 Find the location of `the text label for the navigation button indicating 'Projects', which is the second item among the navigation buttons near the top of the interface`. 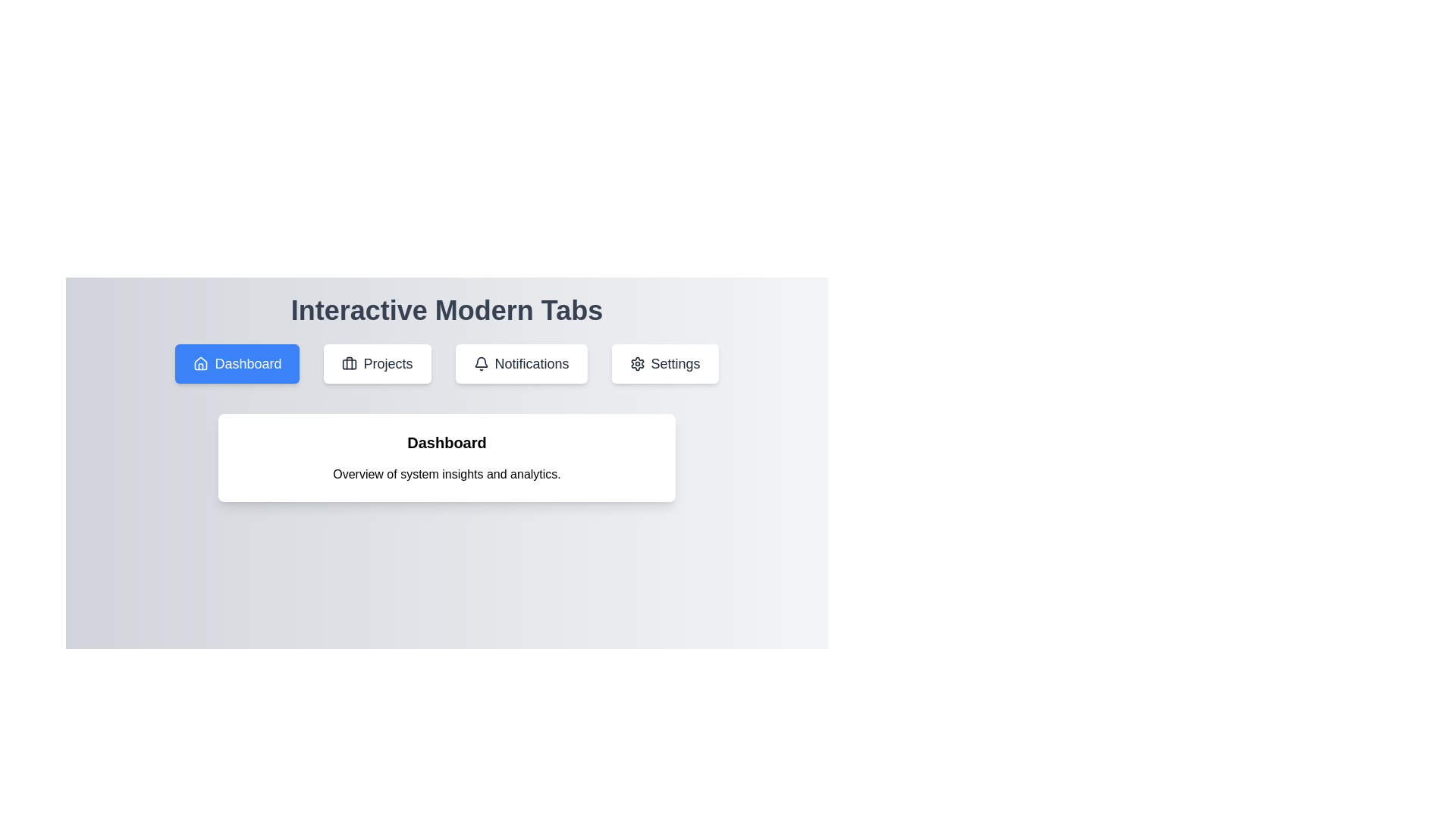

the text label for the navigation button indicating 'Projects', which is the second item among the navigation buttons near the top of the interface is located at coordinates (388, 363).